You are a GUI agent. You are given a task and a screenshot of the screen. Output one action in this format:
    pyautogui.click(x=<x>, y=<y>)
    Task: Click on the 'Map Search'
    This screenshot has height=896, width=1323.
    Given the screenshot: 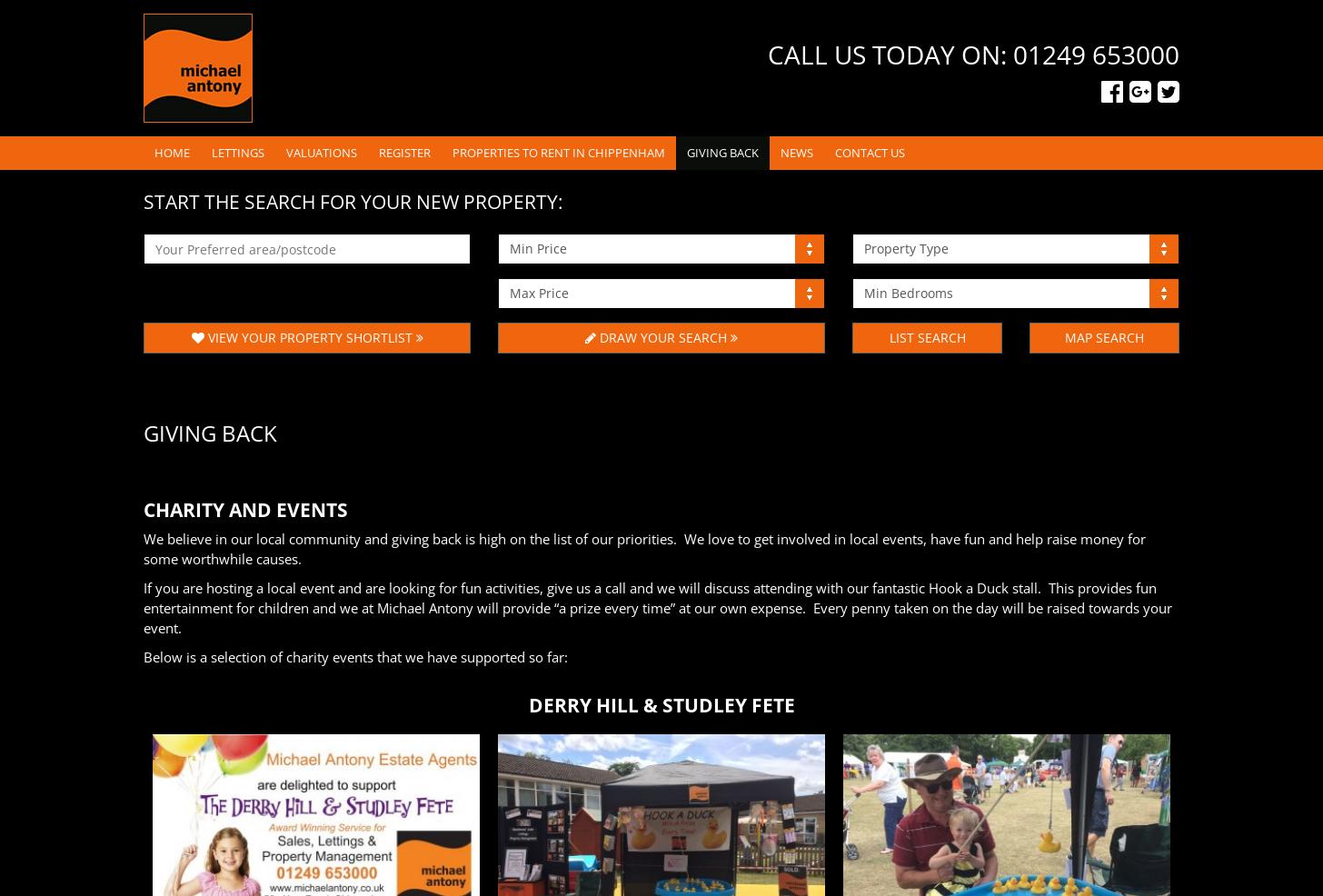 What is the action you would take?
    pyautogui.click(x=1064, y=336)
    